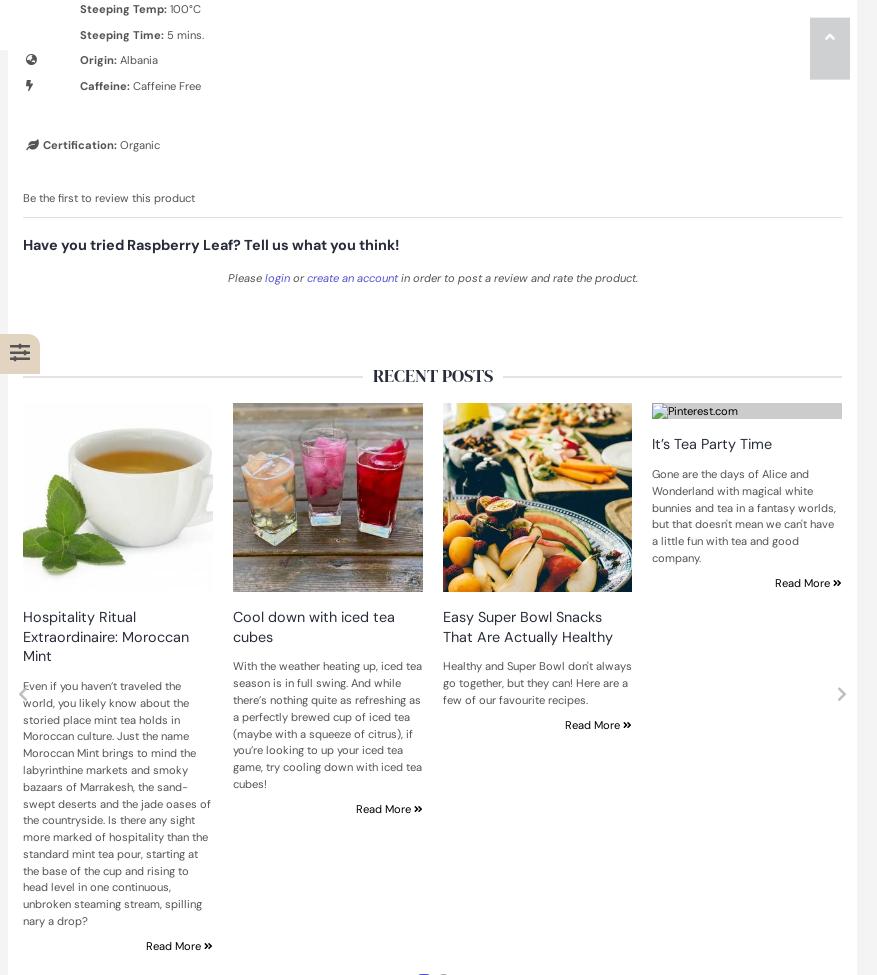 This screenshot has height=975, width=877. Describe the element at coordinates (105, 636) in the screenshot. I see `'Hospitality Ritual Extraordinaire: Moroccan Mint'` at that location.